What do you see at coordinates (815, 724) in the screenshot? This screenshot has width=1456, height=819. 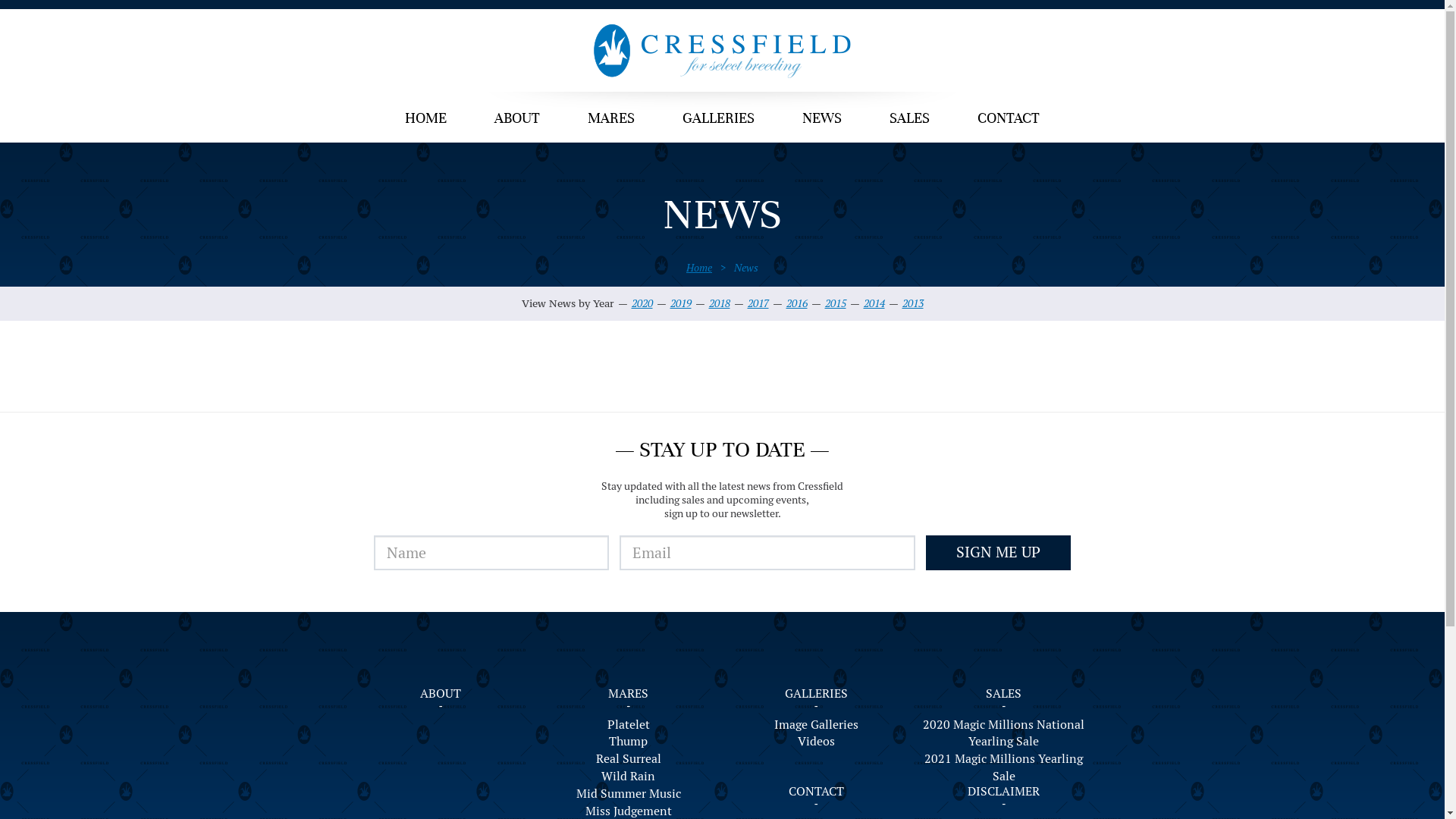 I see `'Image Galleries'` at bounding box center [815, 724].